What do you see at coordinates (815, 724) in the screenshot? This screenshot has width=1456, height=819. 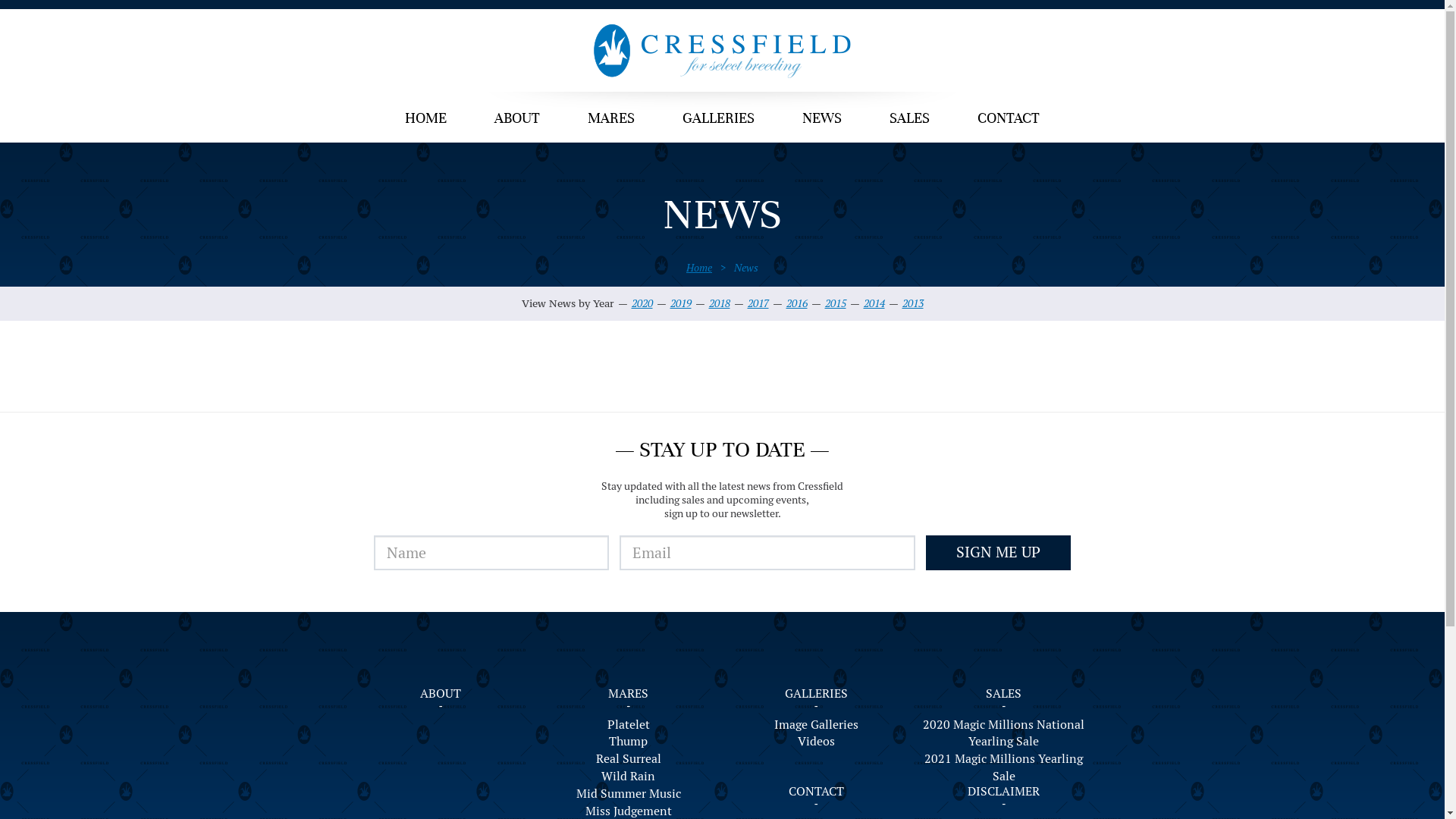 I see `'Image Galleries'` at bounding box center [815, 724].